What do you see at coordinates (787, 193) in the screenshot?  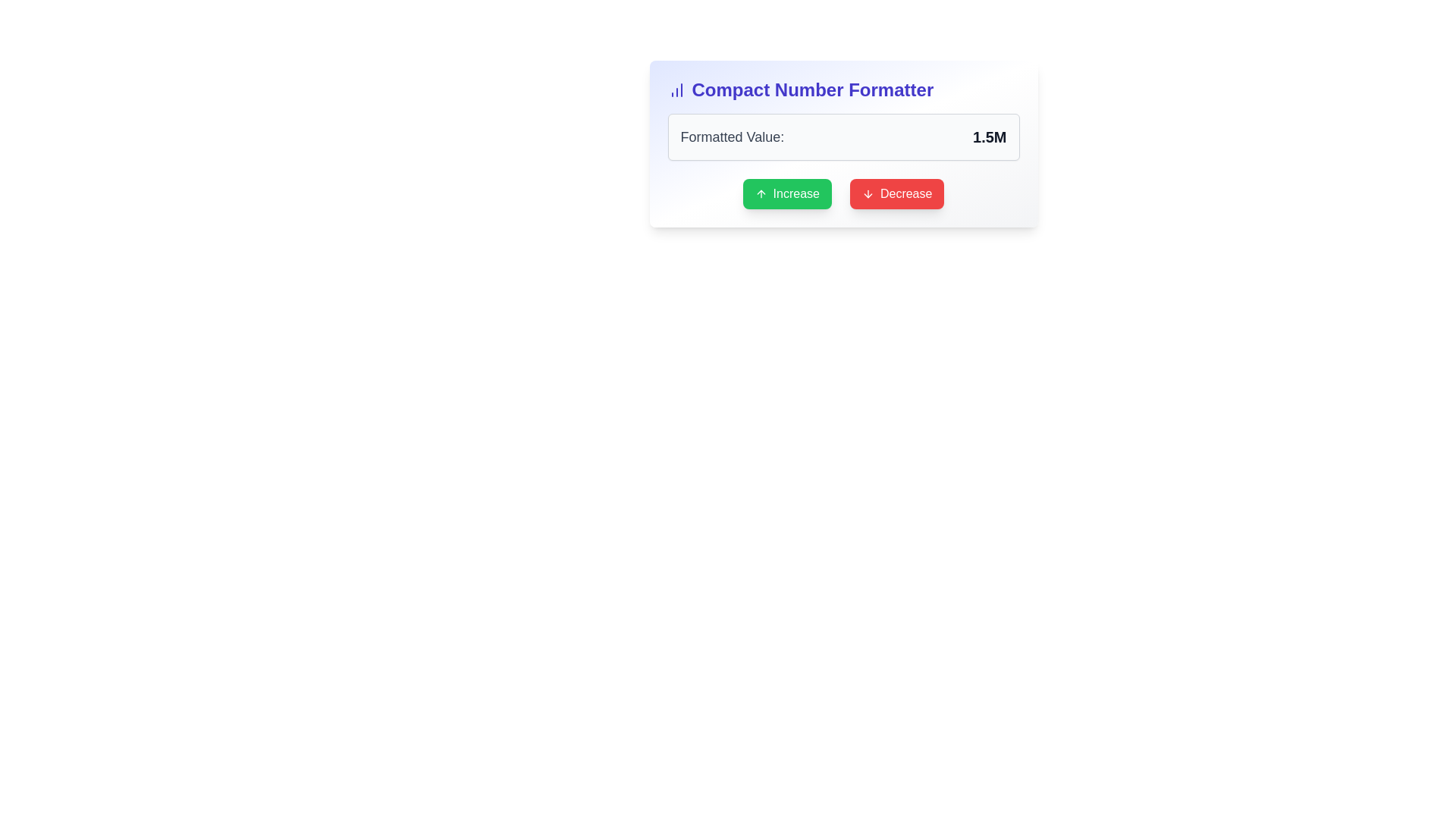 I see `the 'Increase' button with a green background and rounded corners, which is positioned to the left of the 'Decrease' button and below the 'Formatted Value' label` at bounding box center [787, 193].